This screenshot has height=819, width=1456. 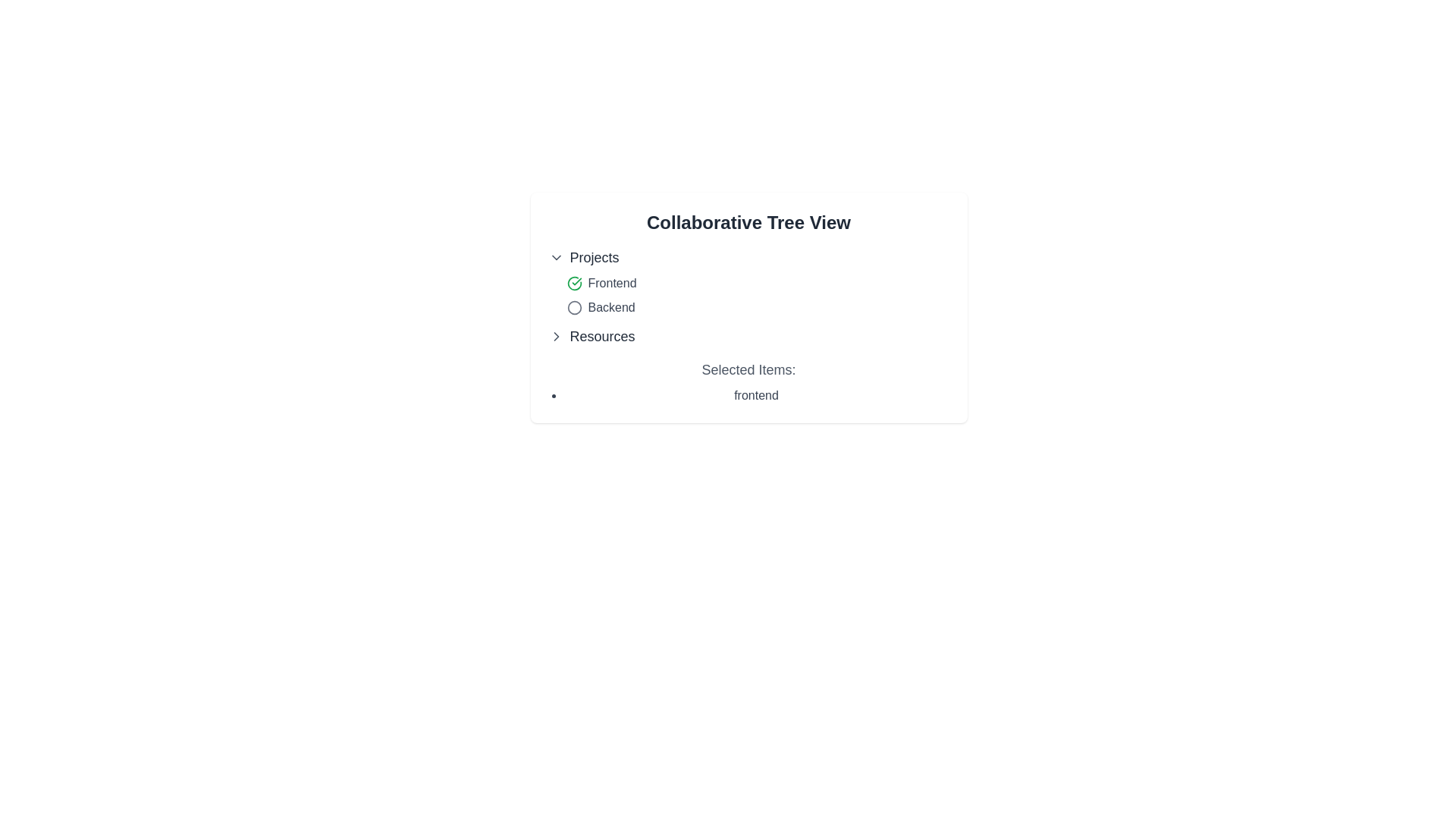 What do you see at coordinates (573, 307) in the screenshot?
I see `the circular icon with a gray stroke located to the left of the text 'Backend'` at bounding box center [573, 307].